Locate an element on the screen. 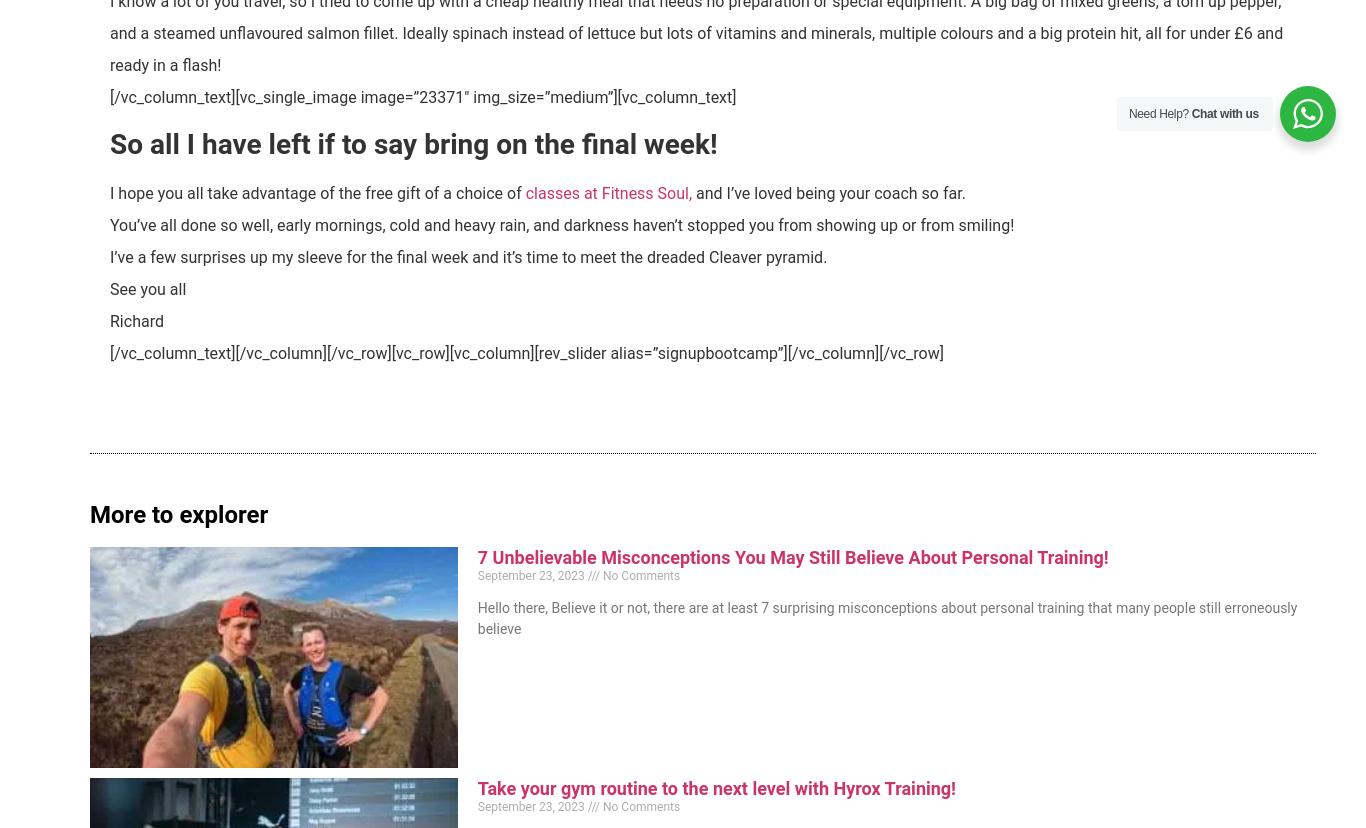  '7 Unbelievable Misconceptions You May Still Believe About Personal Training!' is located at coordinates (792, 557).